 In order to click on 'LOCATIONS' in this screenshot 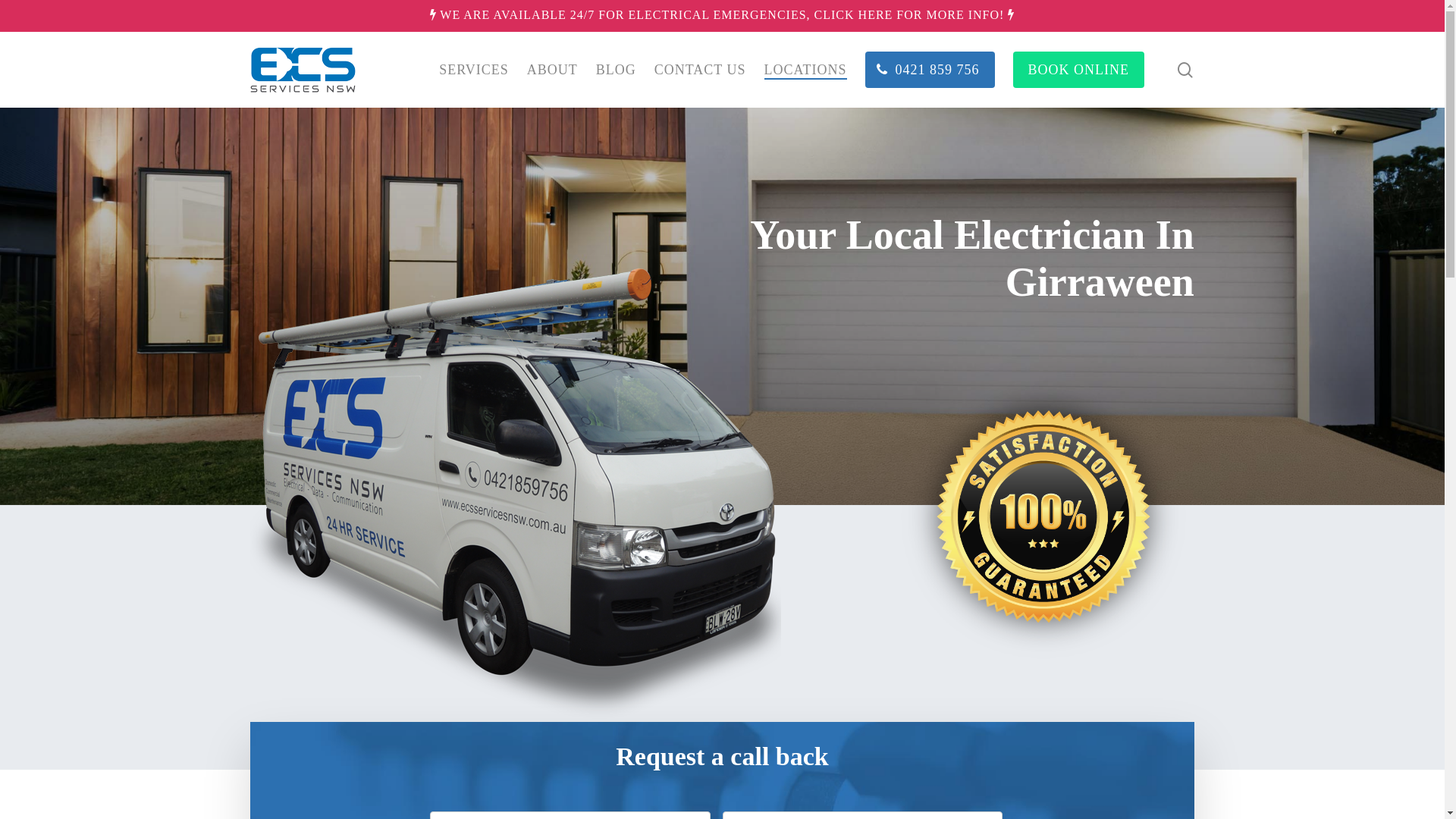, I will do `click(805, 70)`.